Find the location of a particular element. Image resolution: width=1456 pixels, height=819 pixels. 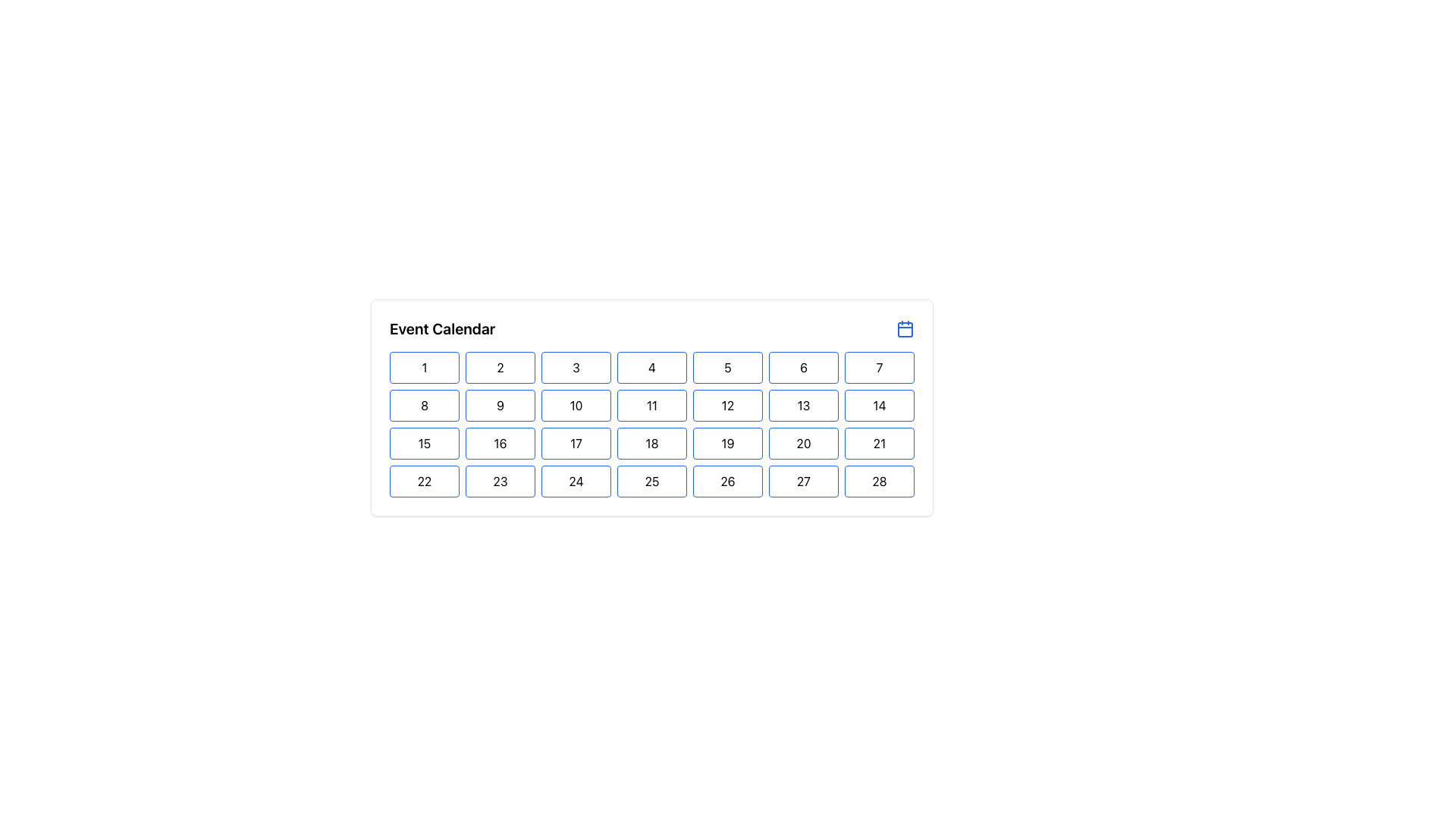

the button located in the first row, third column of the grid is located at coordinates (575, 368).